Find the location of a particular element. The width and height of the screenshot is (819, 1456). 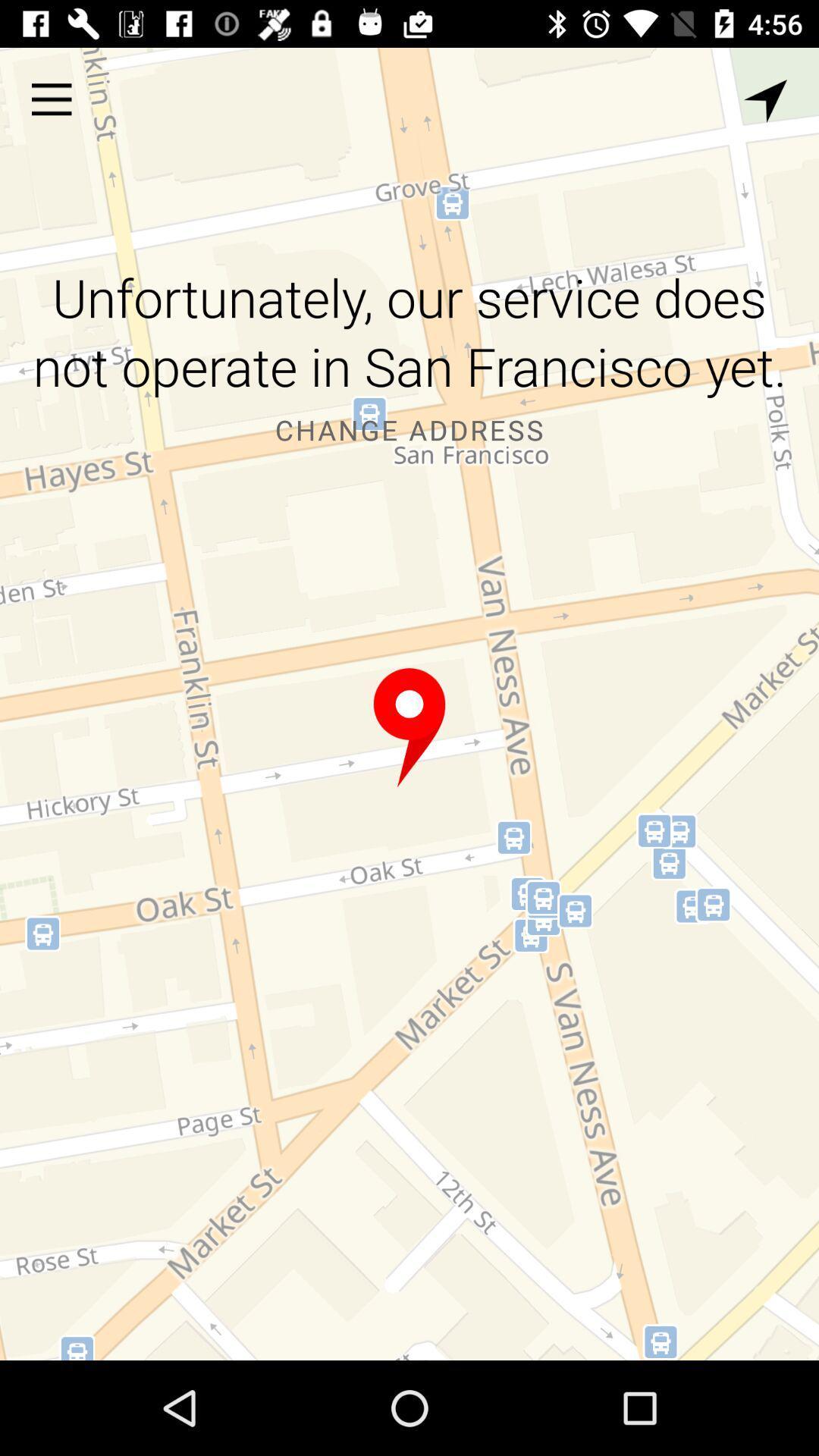

the menu icon is located at coordinates (51, 99).